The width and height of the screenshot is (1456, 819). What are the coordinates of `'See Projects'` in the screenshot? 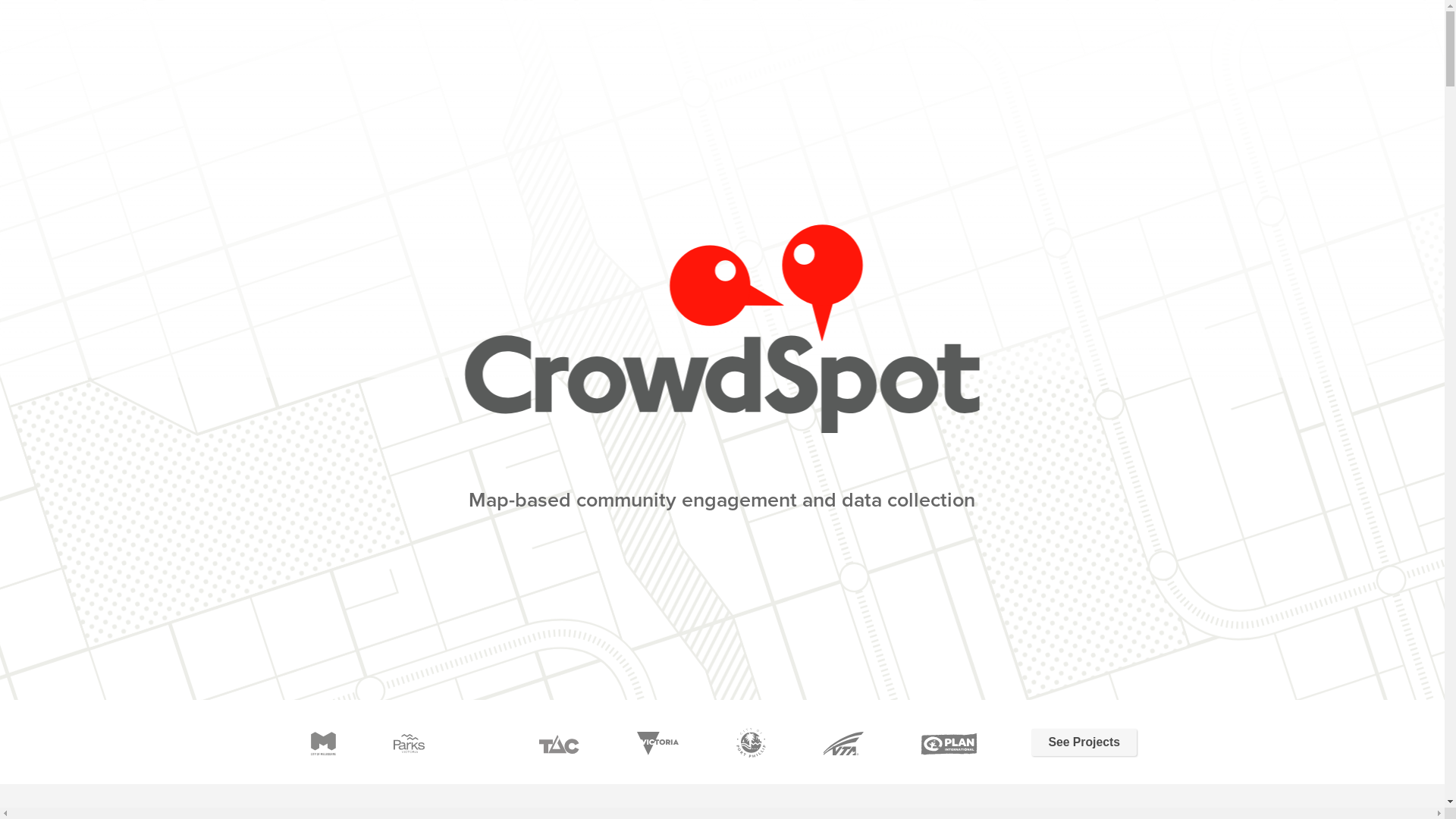 It's located at (1083, 742).